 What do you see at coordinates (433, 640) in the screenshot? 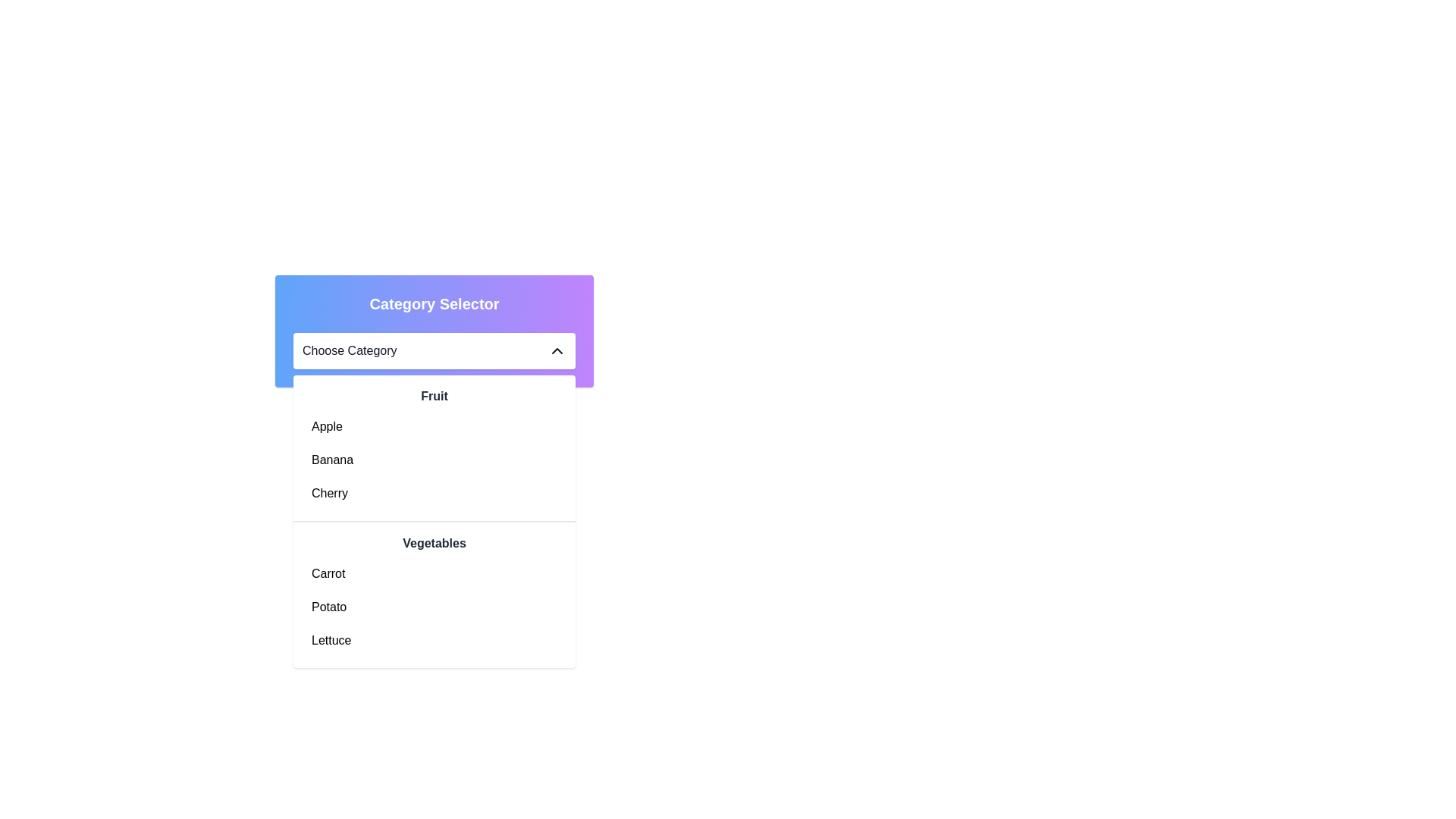
I see `to select the 'Lettuce' option in the menu list under the 'Vegetables' category` at bounding box center [433, 640].